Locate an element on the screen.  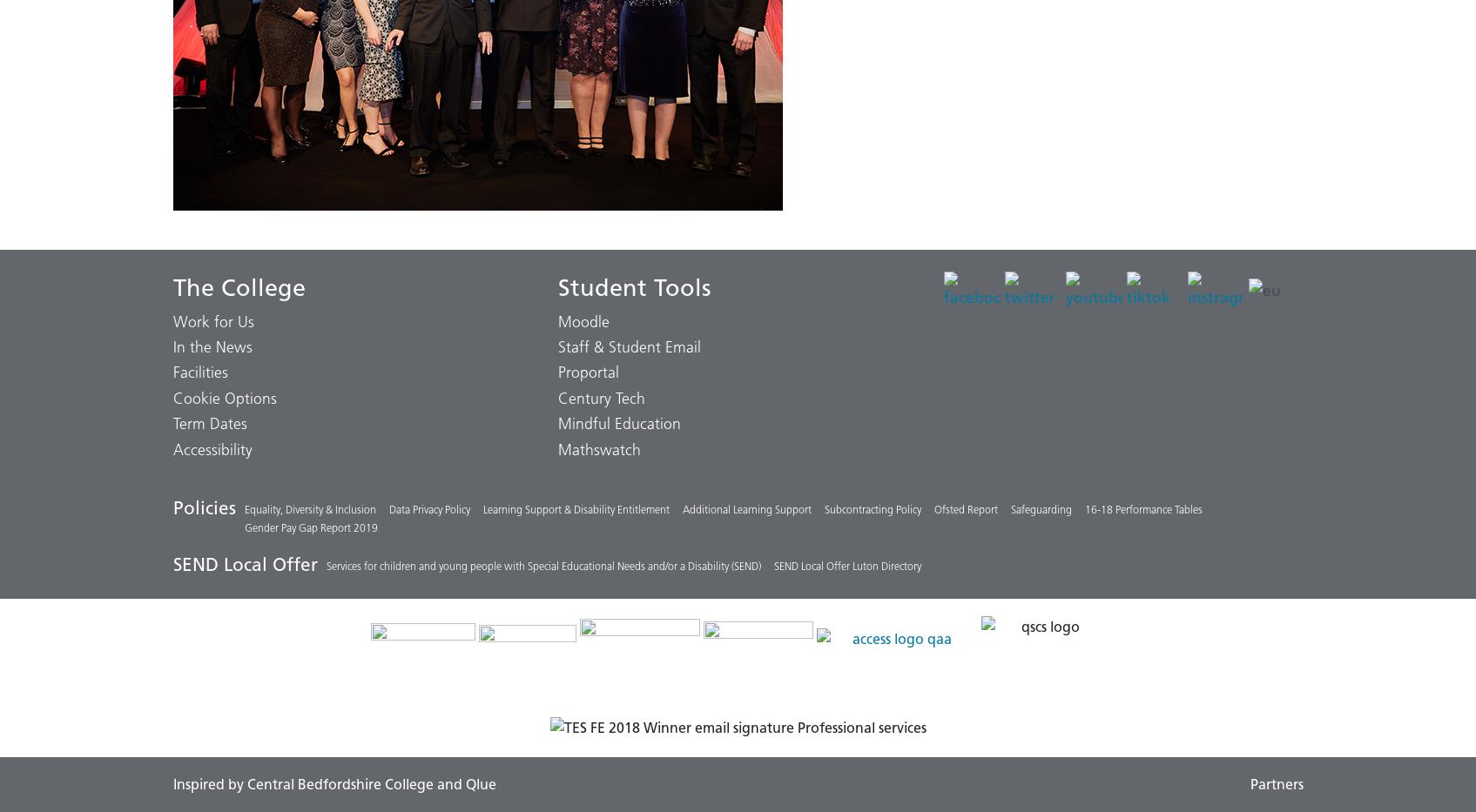
'Partners' is located at coordinates (1248, 784).